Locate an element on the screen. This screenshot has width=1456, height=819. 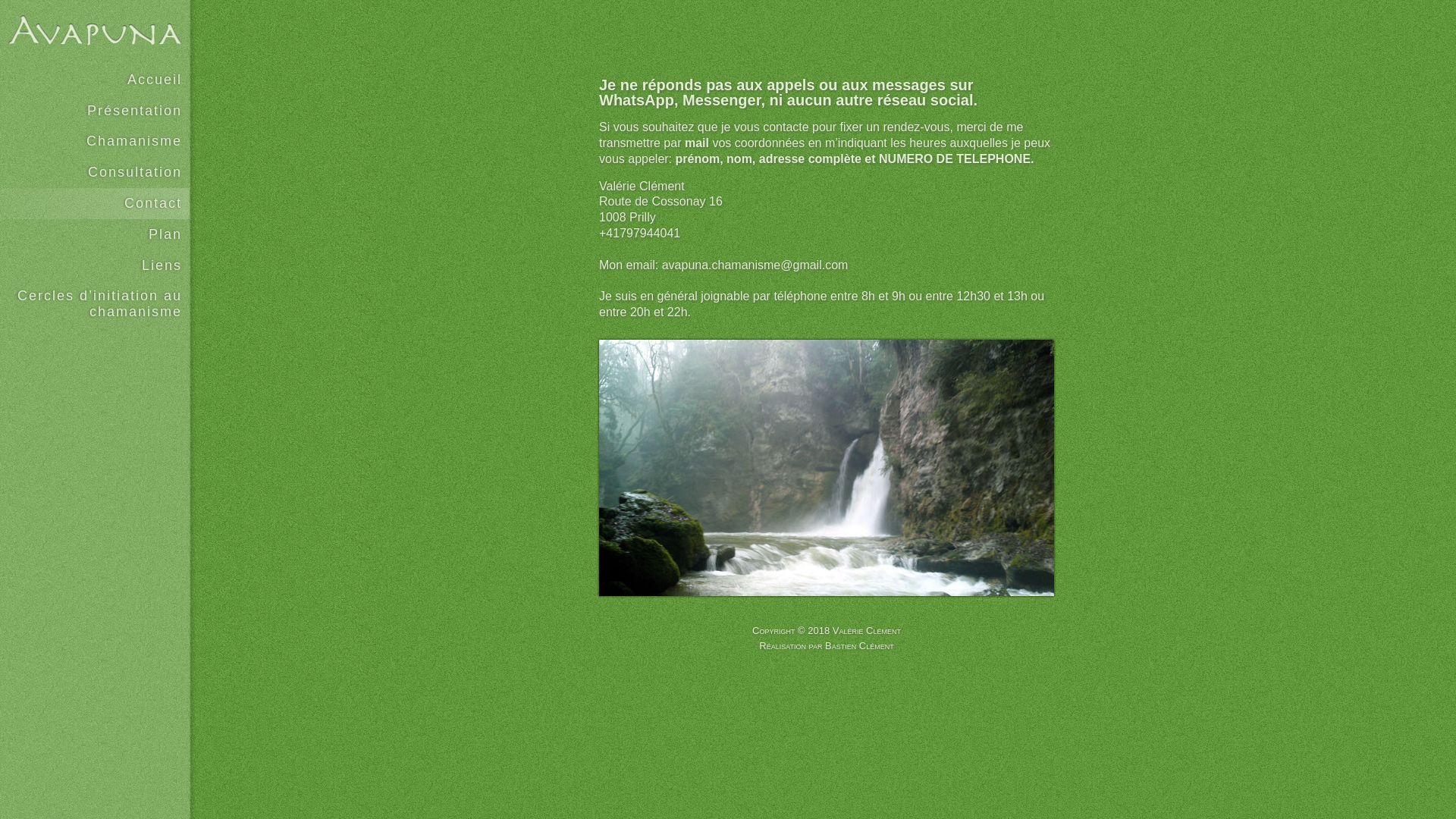
'Accueil' is located at coordinates (93, 80).